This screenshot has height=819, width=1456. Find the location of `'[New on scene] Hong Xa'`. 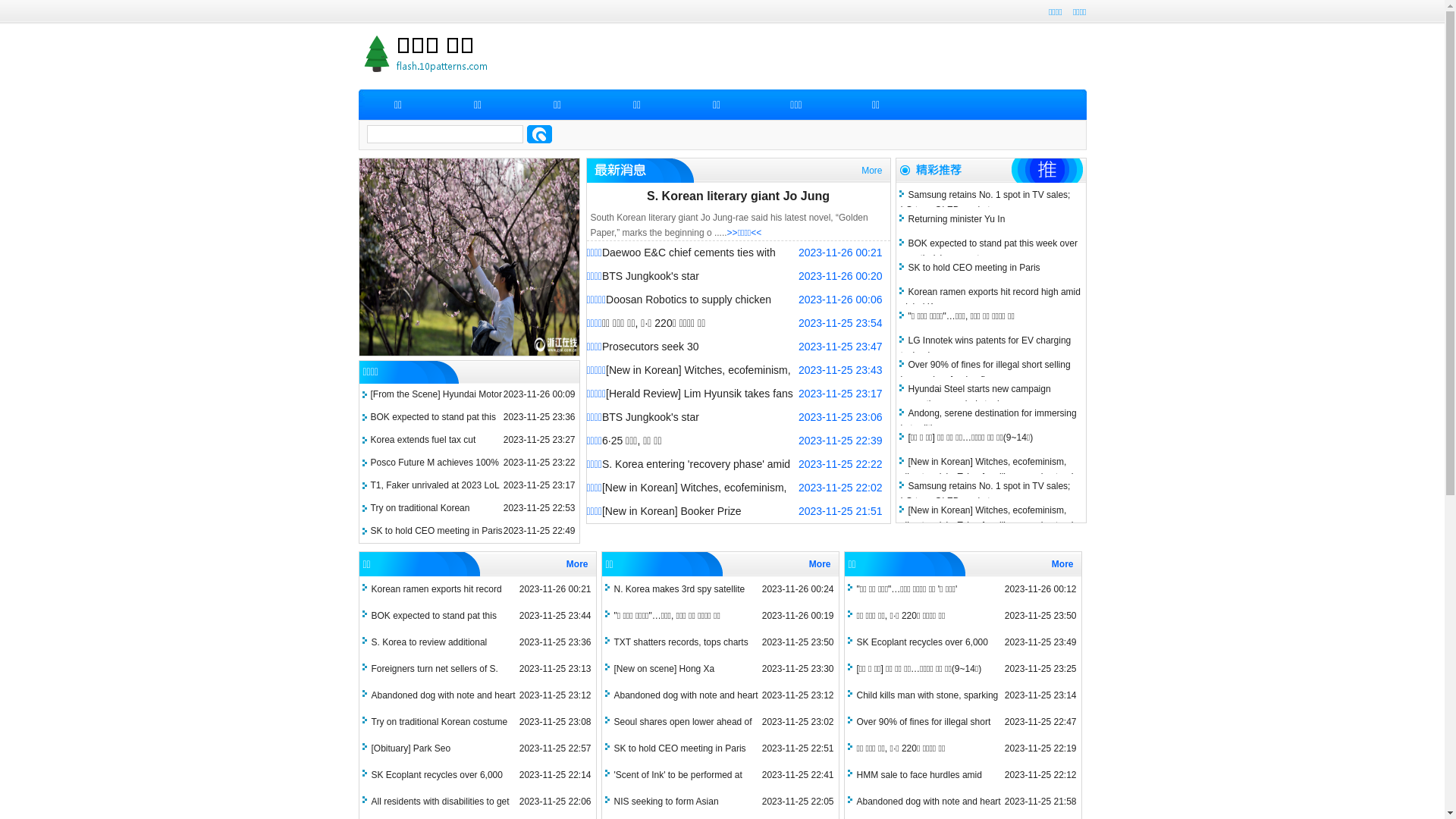

'[New on scene] Hong Xa' is located at coordinates (661, 668).